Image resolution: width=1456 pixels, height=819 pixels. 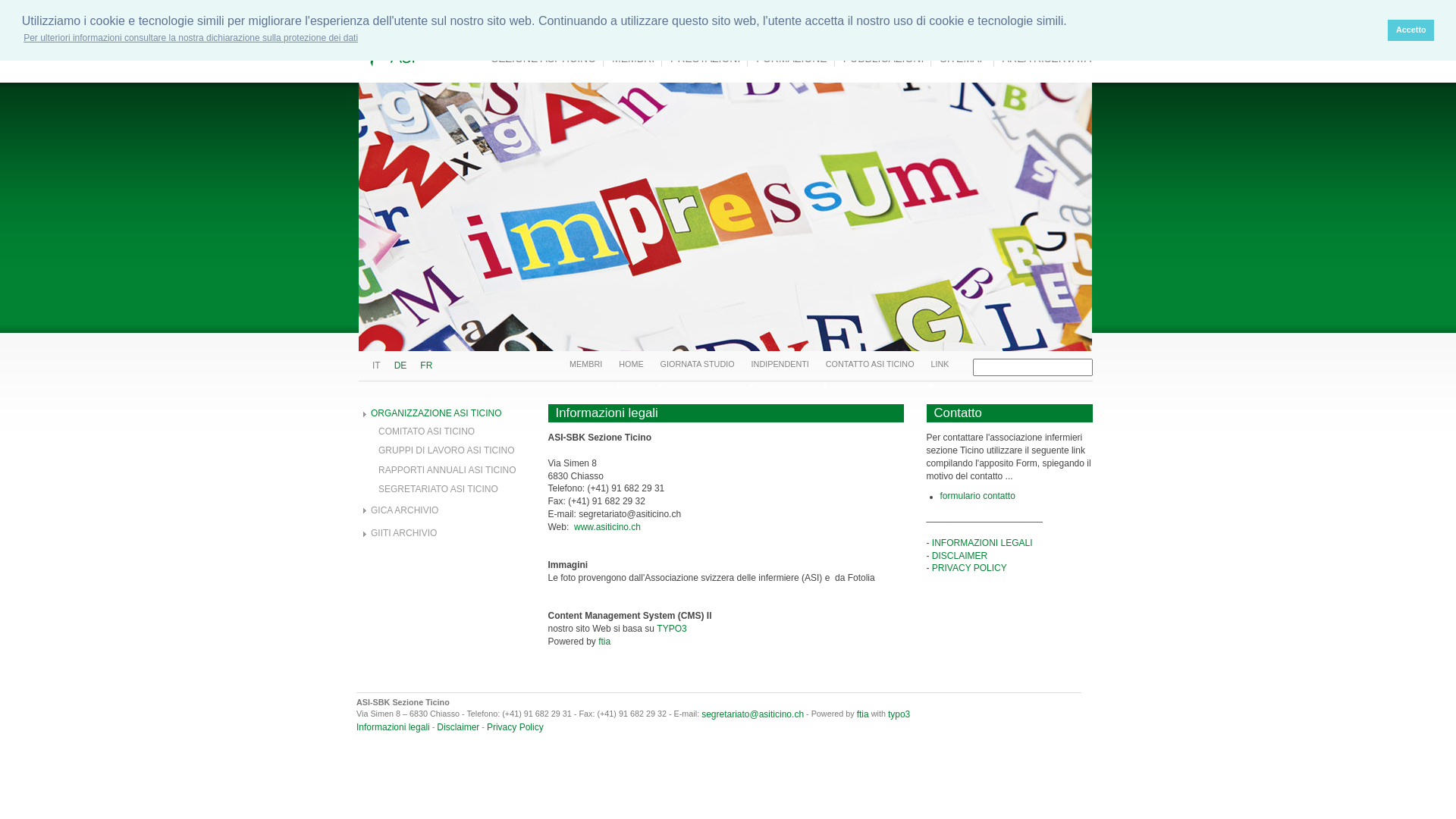 I want to click on 'DISCLAIMER', so click(x=959, y=555).